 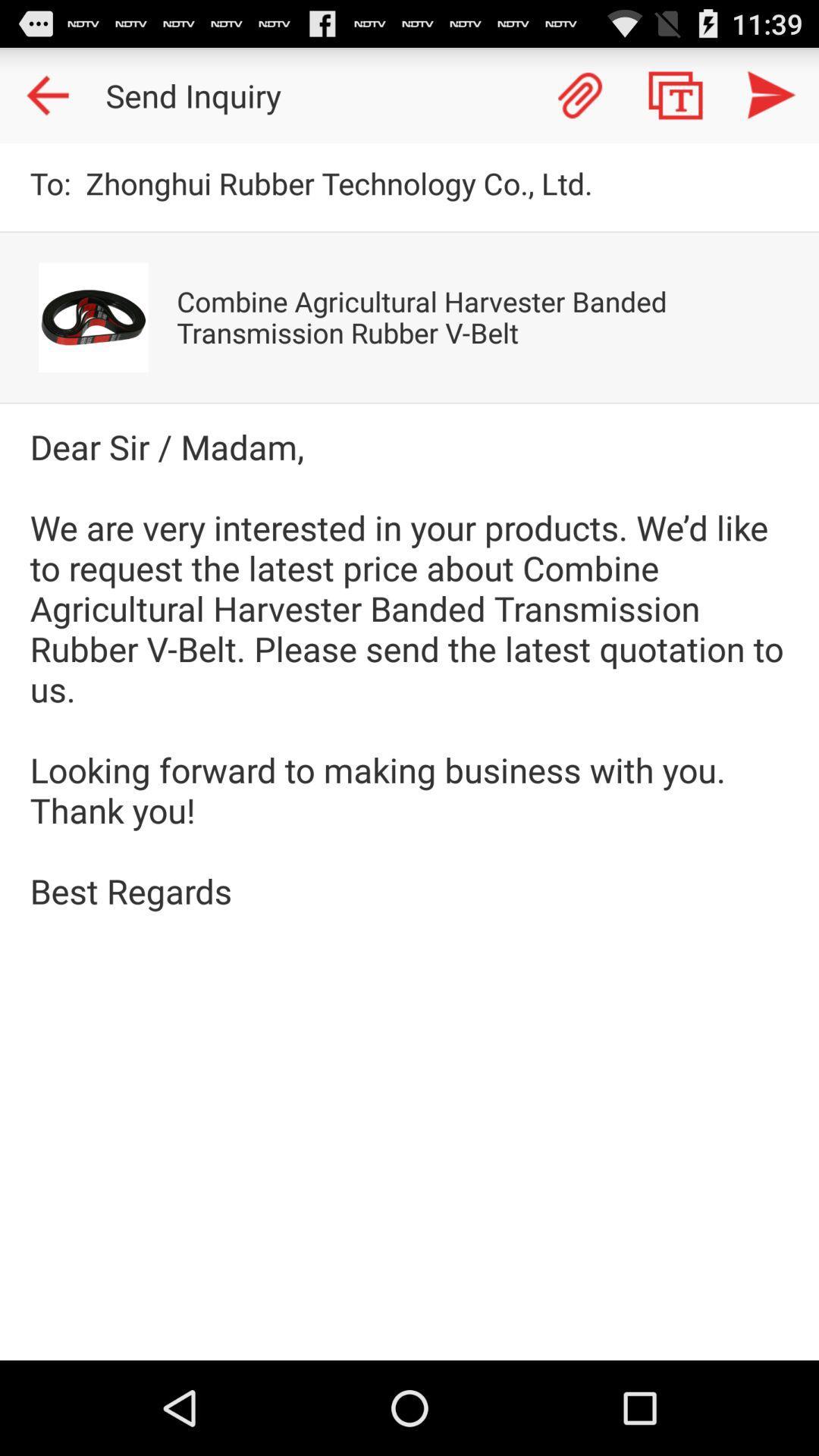 What do you see at coordinates (579, 94) in the screenshot?
I see `attachment` at bounding box center [579, 94].